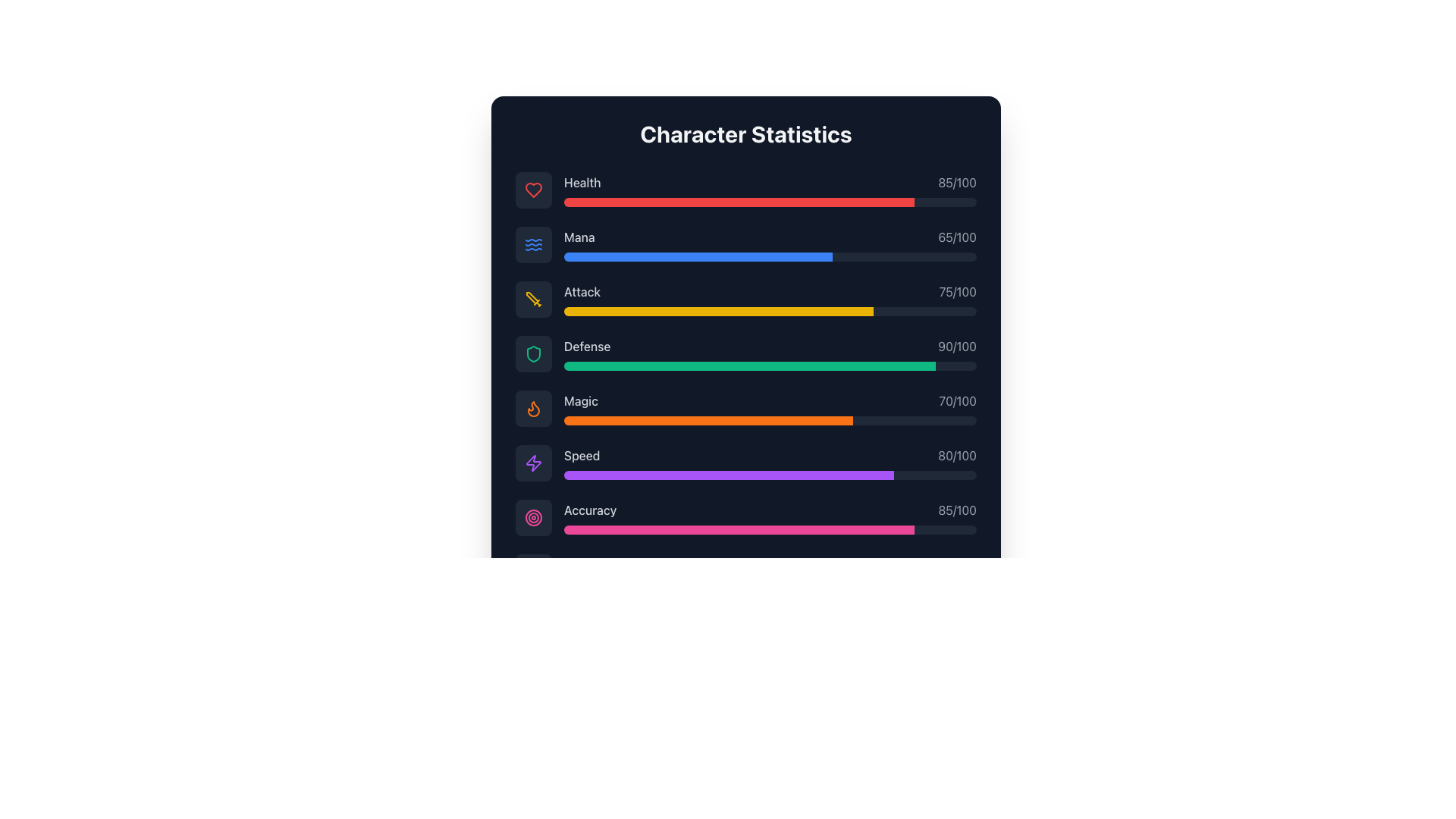 This screenshot has width=1456, height=819. Describe the element at coordinates (956, 455) in the screenshot. I see `the 'Speed' metric text label located on the right side of the row labeled 'Speed' in the 'Character Statistics' section` at that location.